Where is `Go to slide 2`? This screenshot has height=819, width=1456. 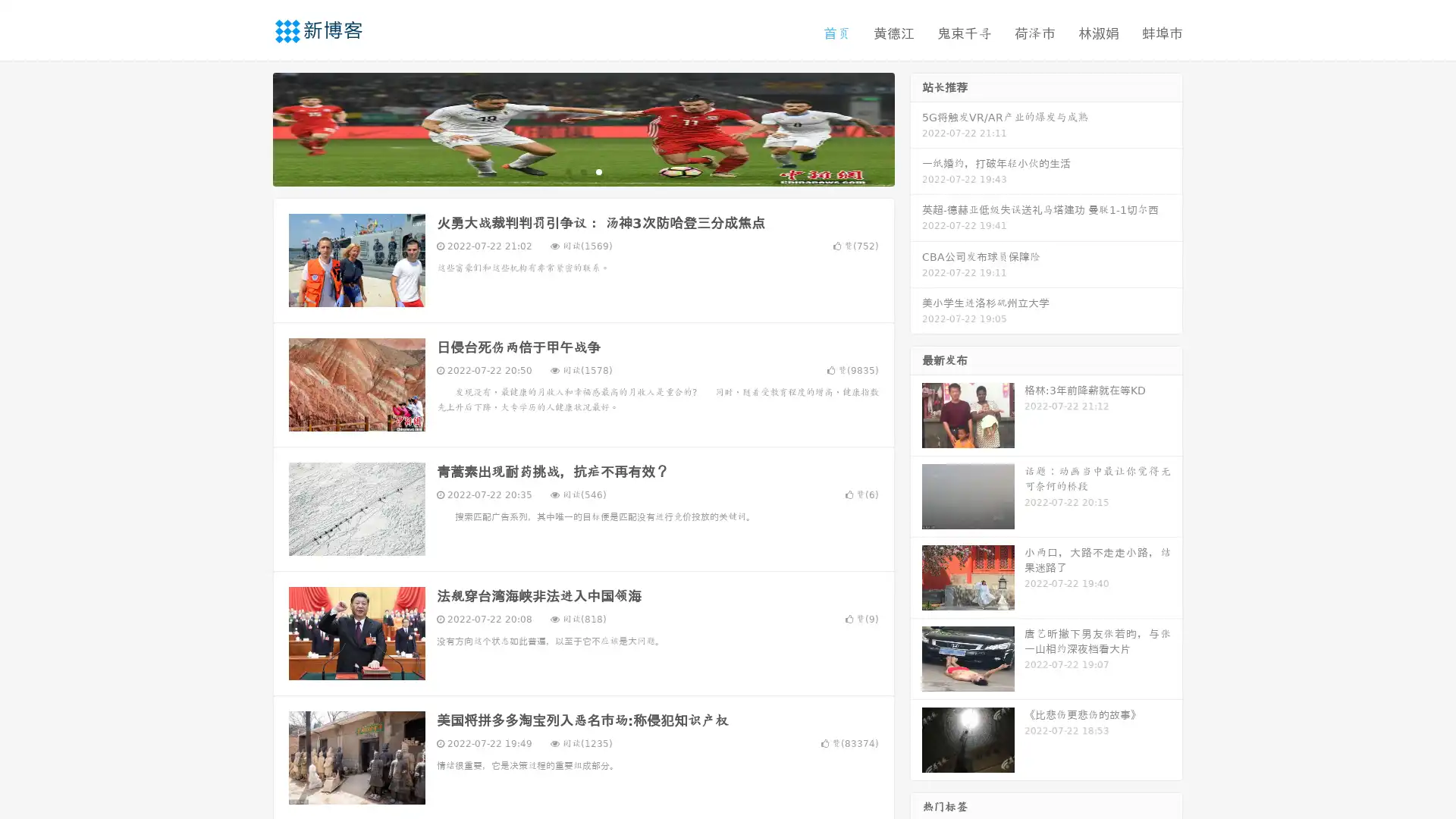 Go to slide 2 is located at coordinates (582, 171).